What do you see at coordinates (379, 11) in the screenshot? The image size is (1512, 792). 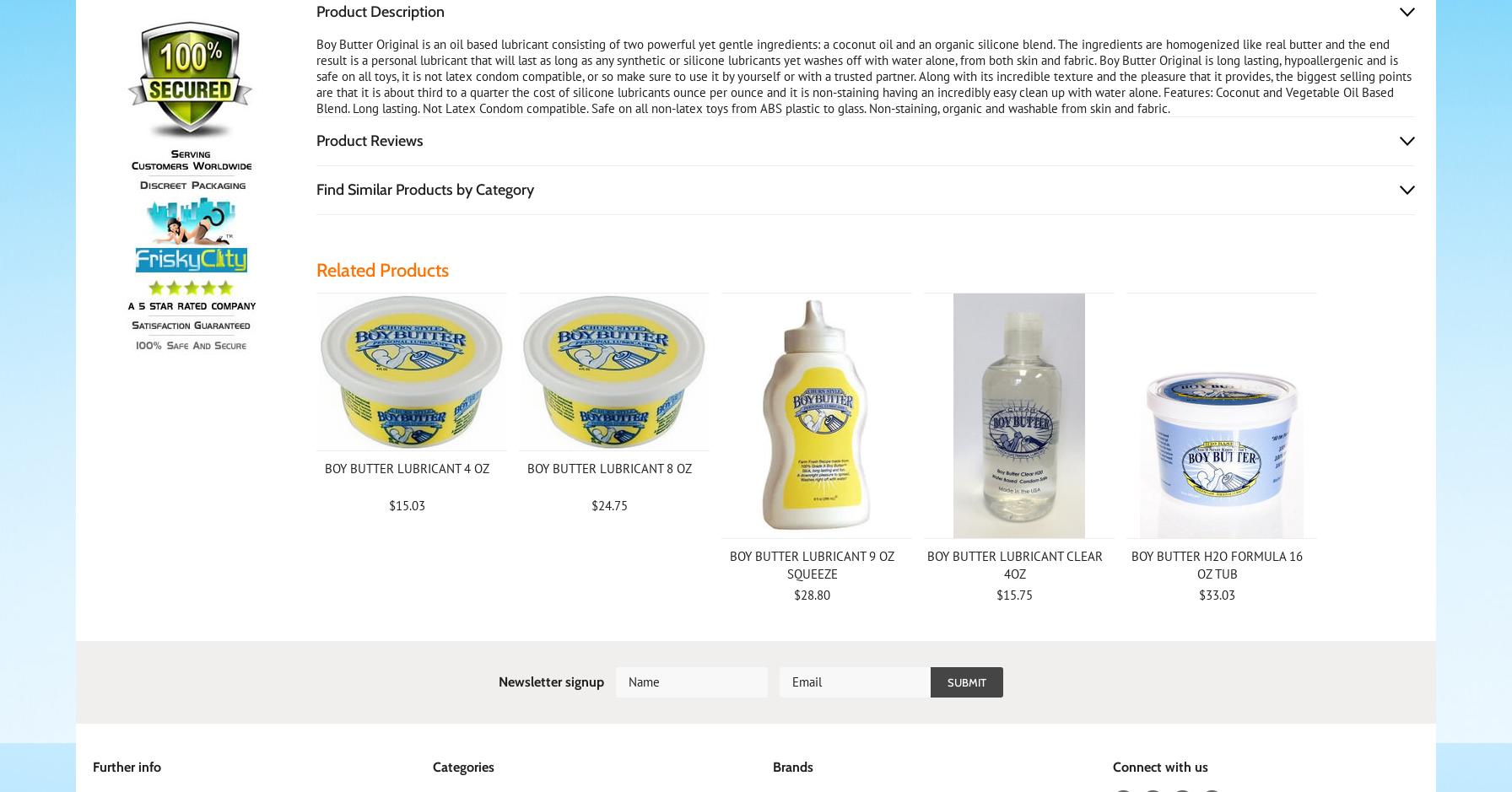 I see `'Product Description'` at bounding box center [379, 11].